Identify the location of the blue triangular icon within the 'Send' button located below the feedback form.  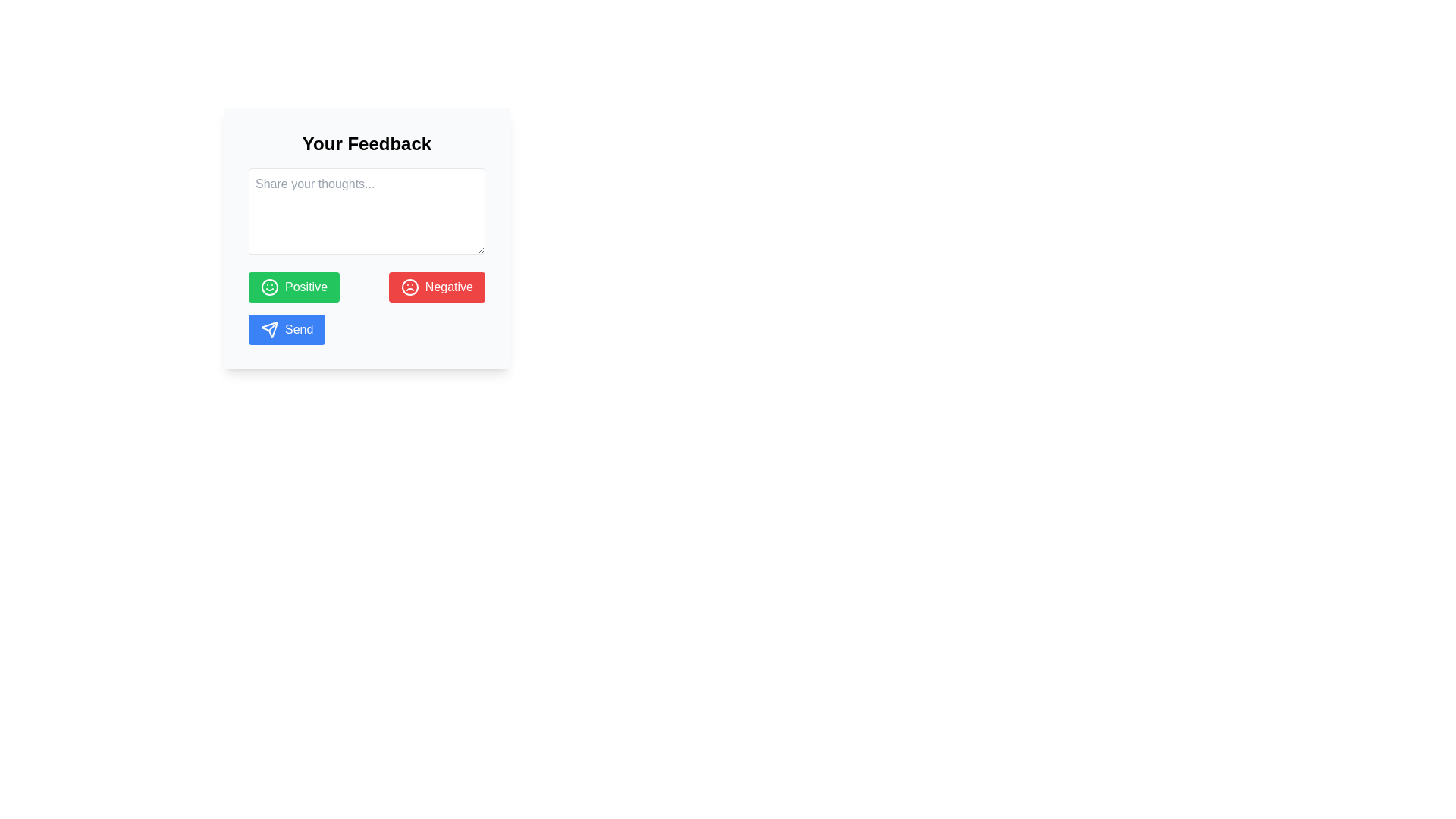
(269, 328).